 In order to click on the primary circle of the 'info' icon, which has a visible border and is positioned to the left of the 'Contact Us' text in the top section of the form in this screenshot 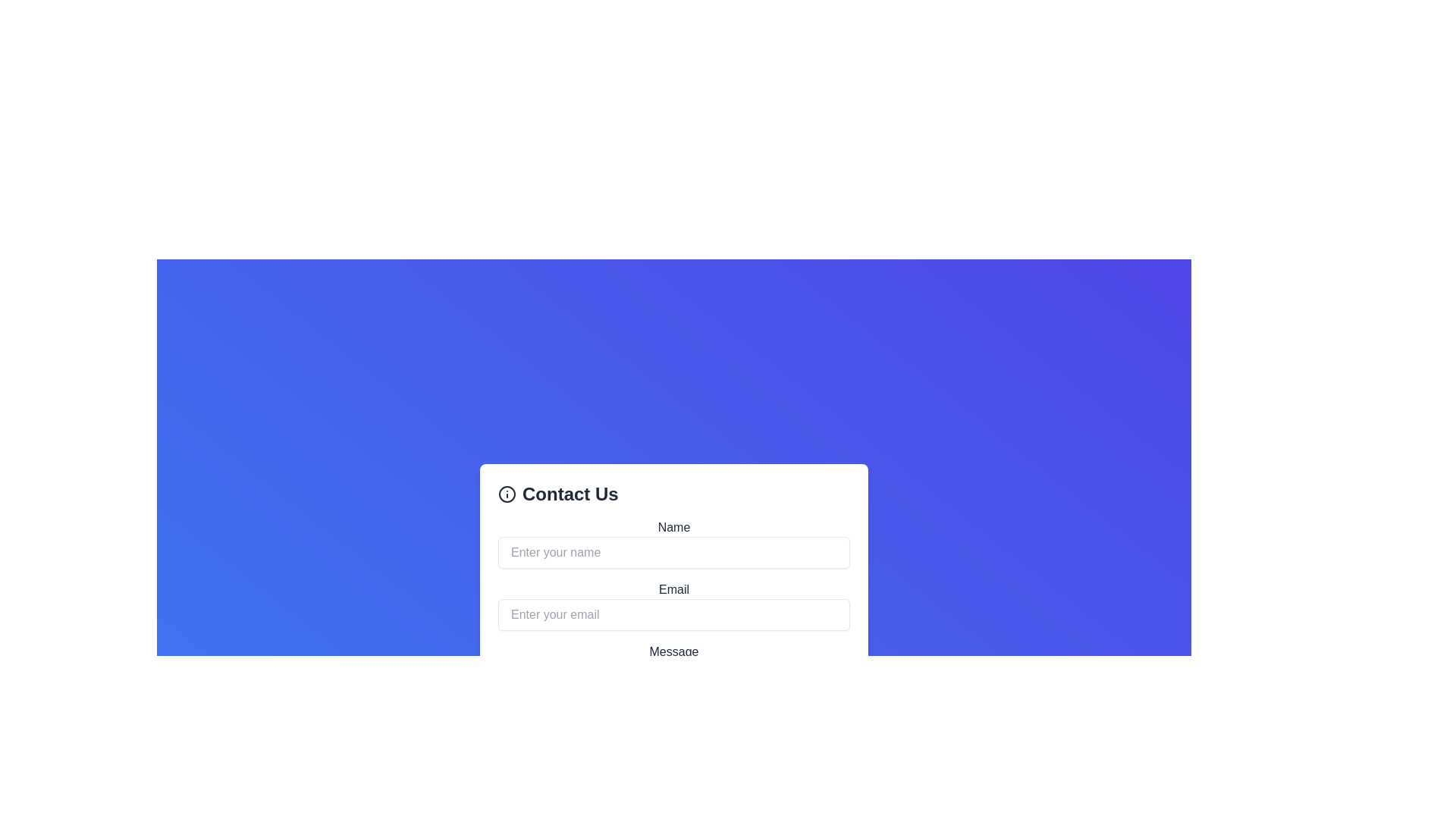, I will do `click(507, 494)`.